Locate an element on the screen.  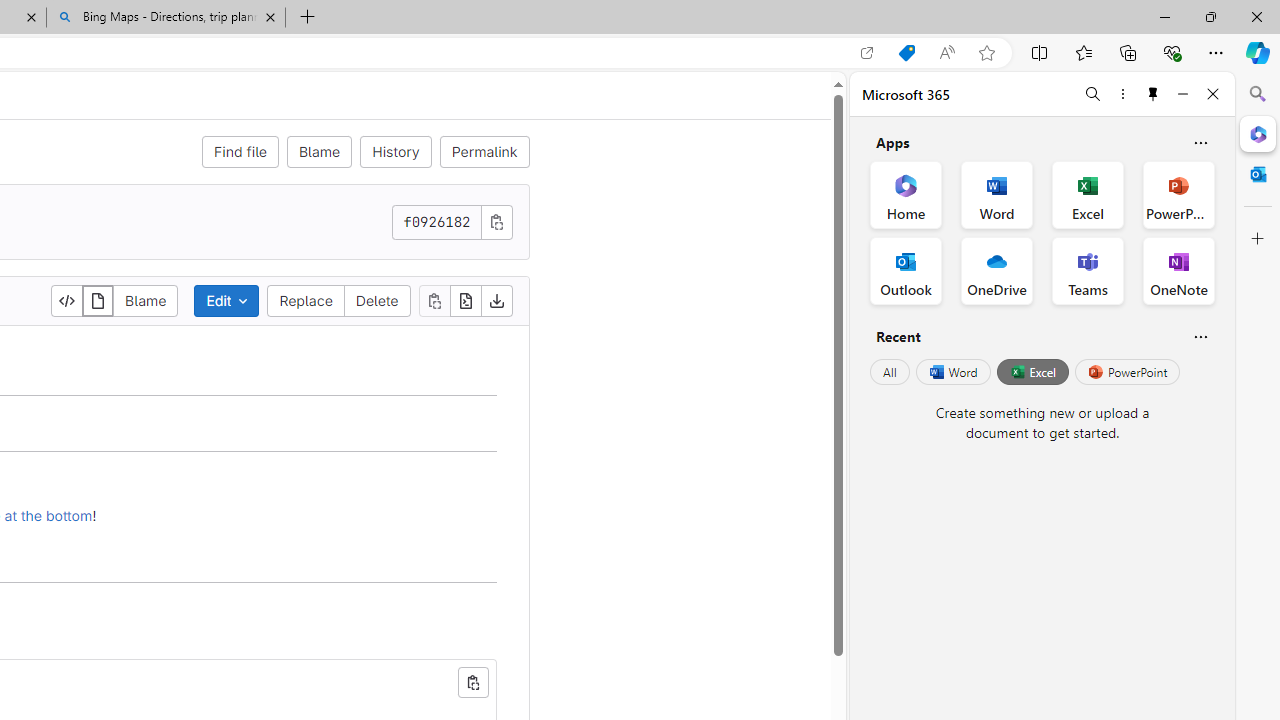
'Is this helpful?' is located at coordinates (1200, 335).